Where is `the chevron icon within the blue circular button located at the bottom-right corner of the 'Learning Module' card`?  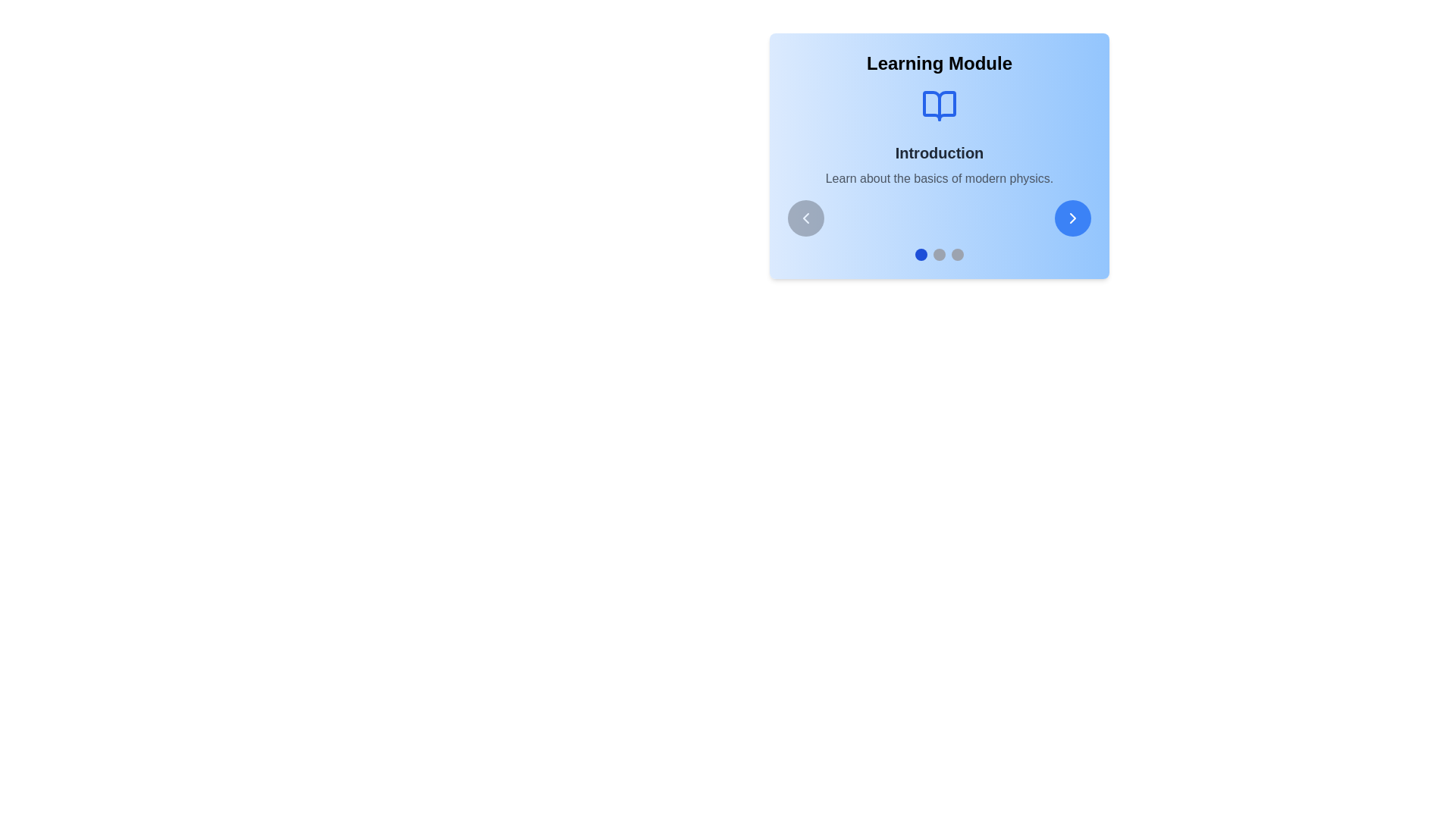
the chevron icon within the blue circular button located at the bottom-right corner of the 'Learning Module' card is located at coordinates (1072, 218).